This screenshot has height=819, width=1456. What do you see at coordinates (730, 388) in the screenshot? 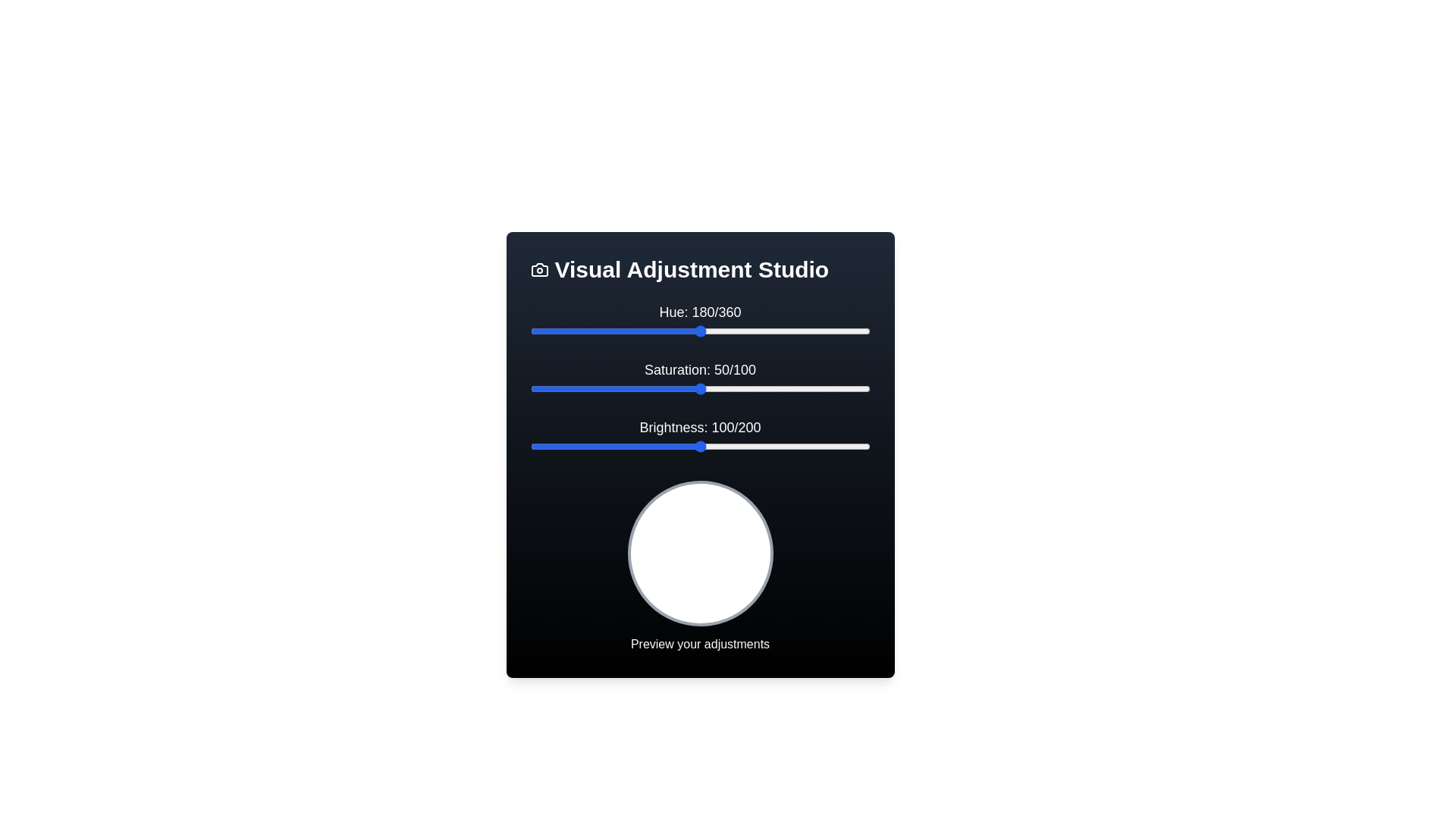
I see `the 'Saturation' slider to 59 within its range` at bounding box center [730, 388].